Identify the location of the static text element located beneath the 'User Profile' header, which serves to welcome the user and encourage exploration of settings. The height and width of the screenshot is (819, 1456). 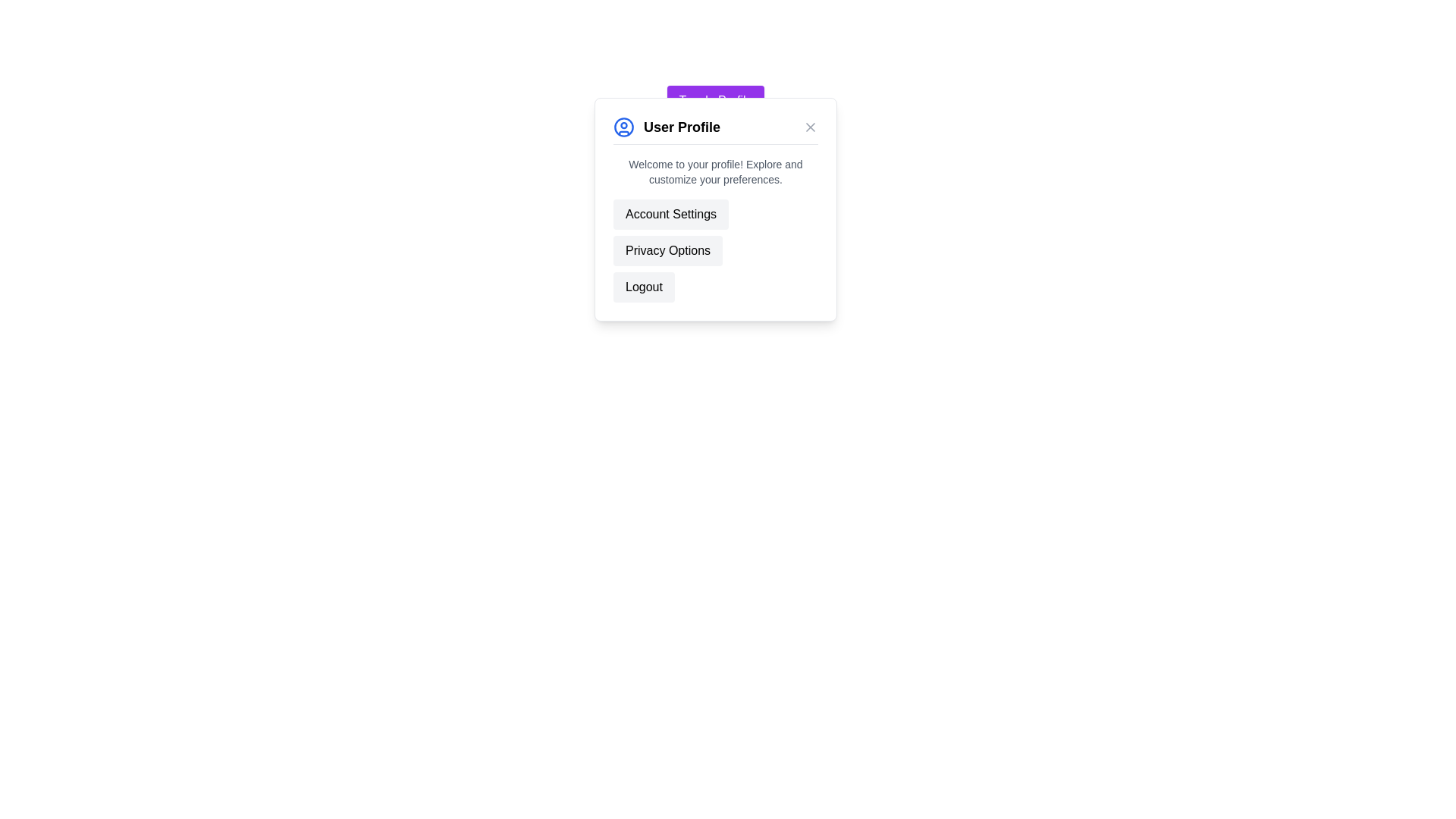
(715, 171).